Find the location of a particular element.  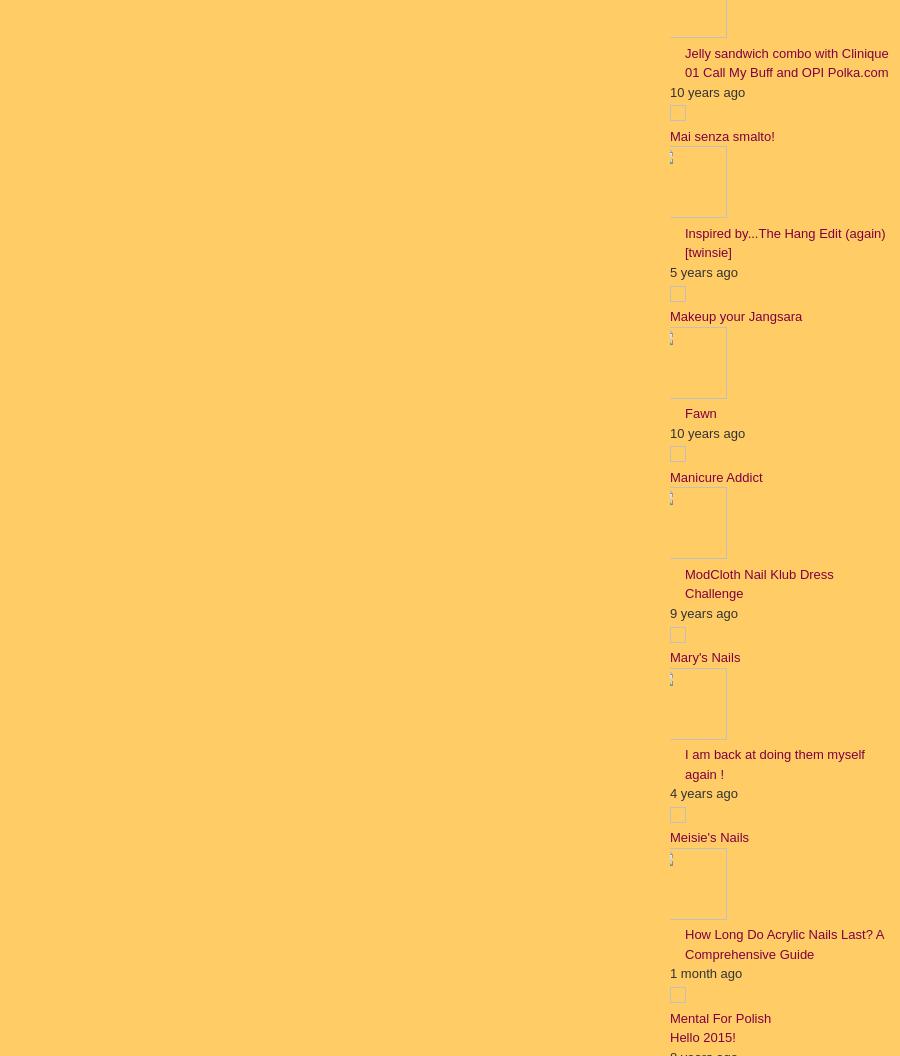

'Jelly sandwich combo with Clinique 01 Call My Buff and OPI Polka.com' is located at coordinates (785, 62).